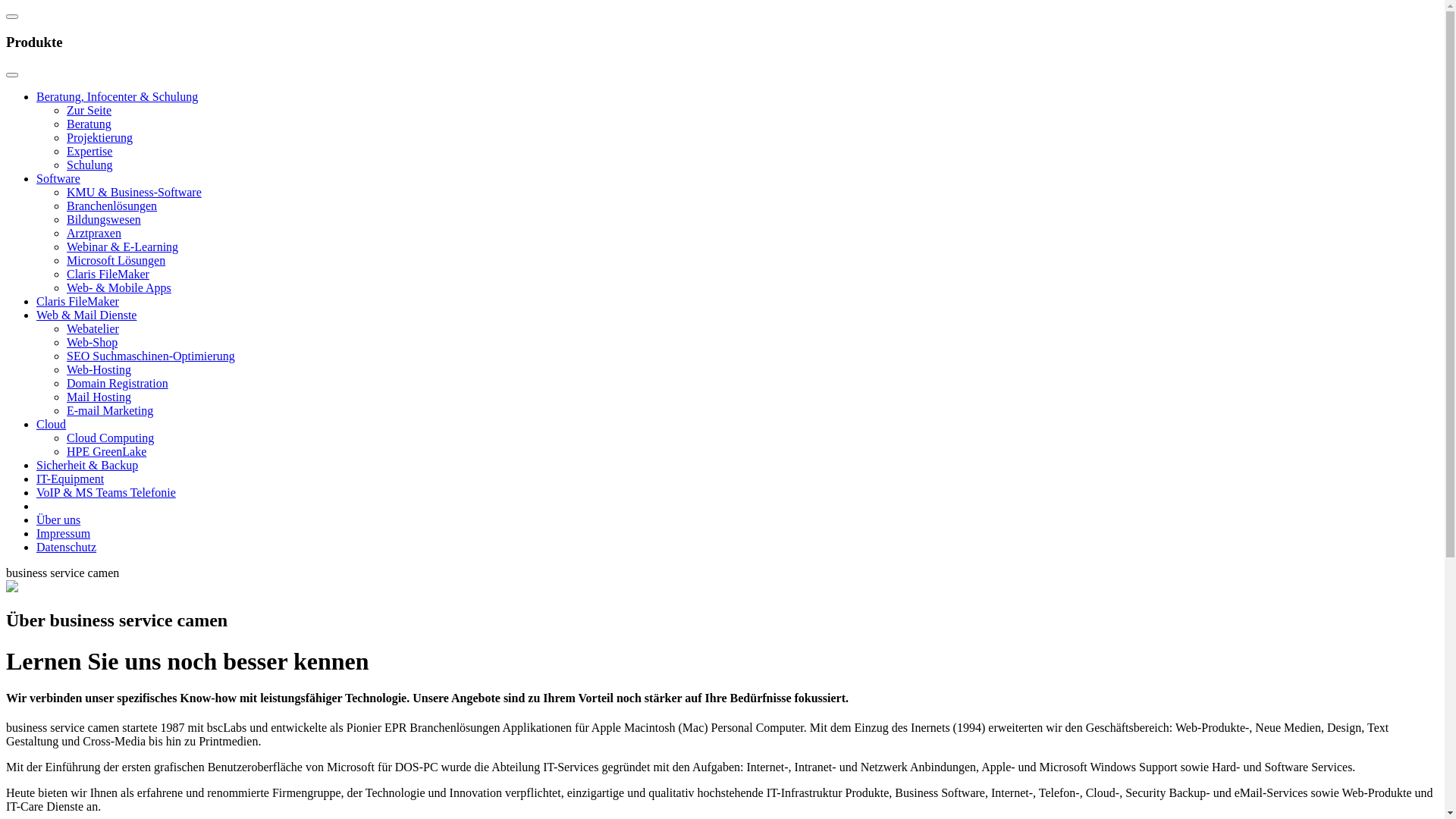  Describe the element at coordinates (98, 396) in the screenshot. I see `'Mail Hosting'` at that location.